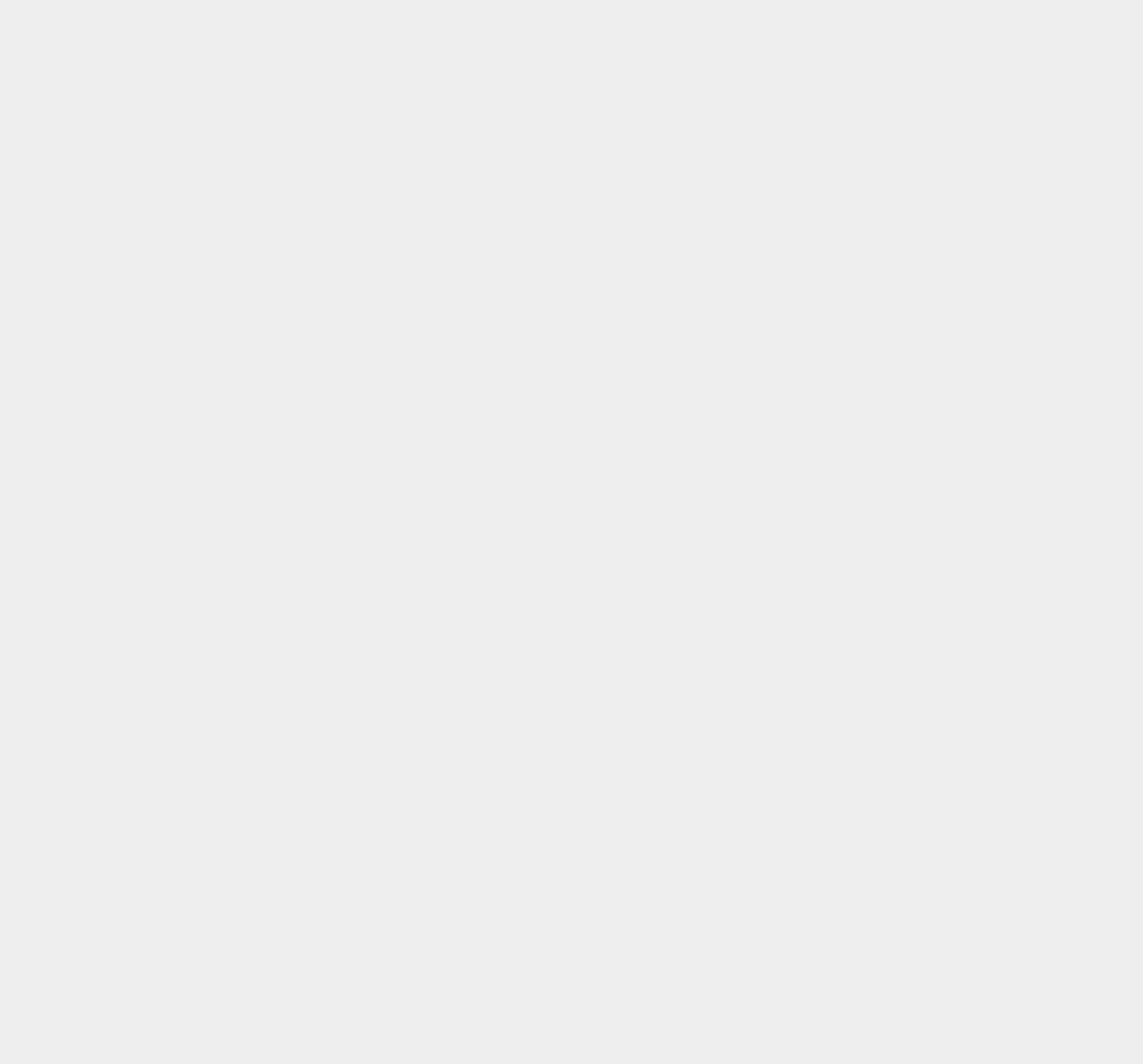 The image size is (1143, 1064). I want to click on 'ChromeBox', so click(843, 481).